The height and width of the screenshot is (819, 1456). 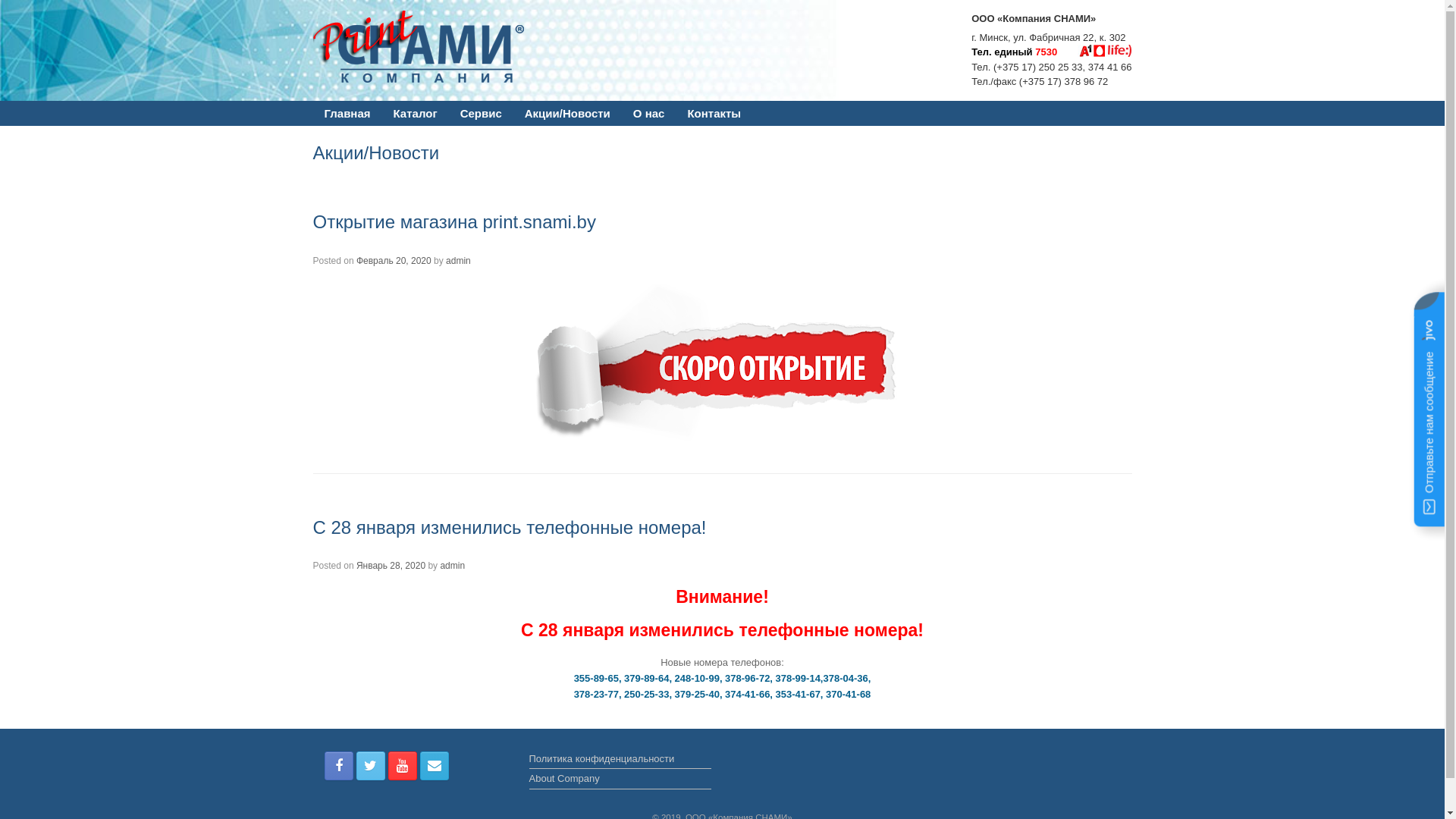 What do you see at coordinates (433, 766) in the screenshot?
I see `'Print Snami Email'` at bounding box center [433, 766].